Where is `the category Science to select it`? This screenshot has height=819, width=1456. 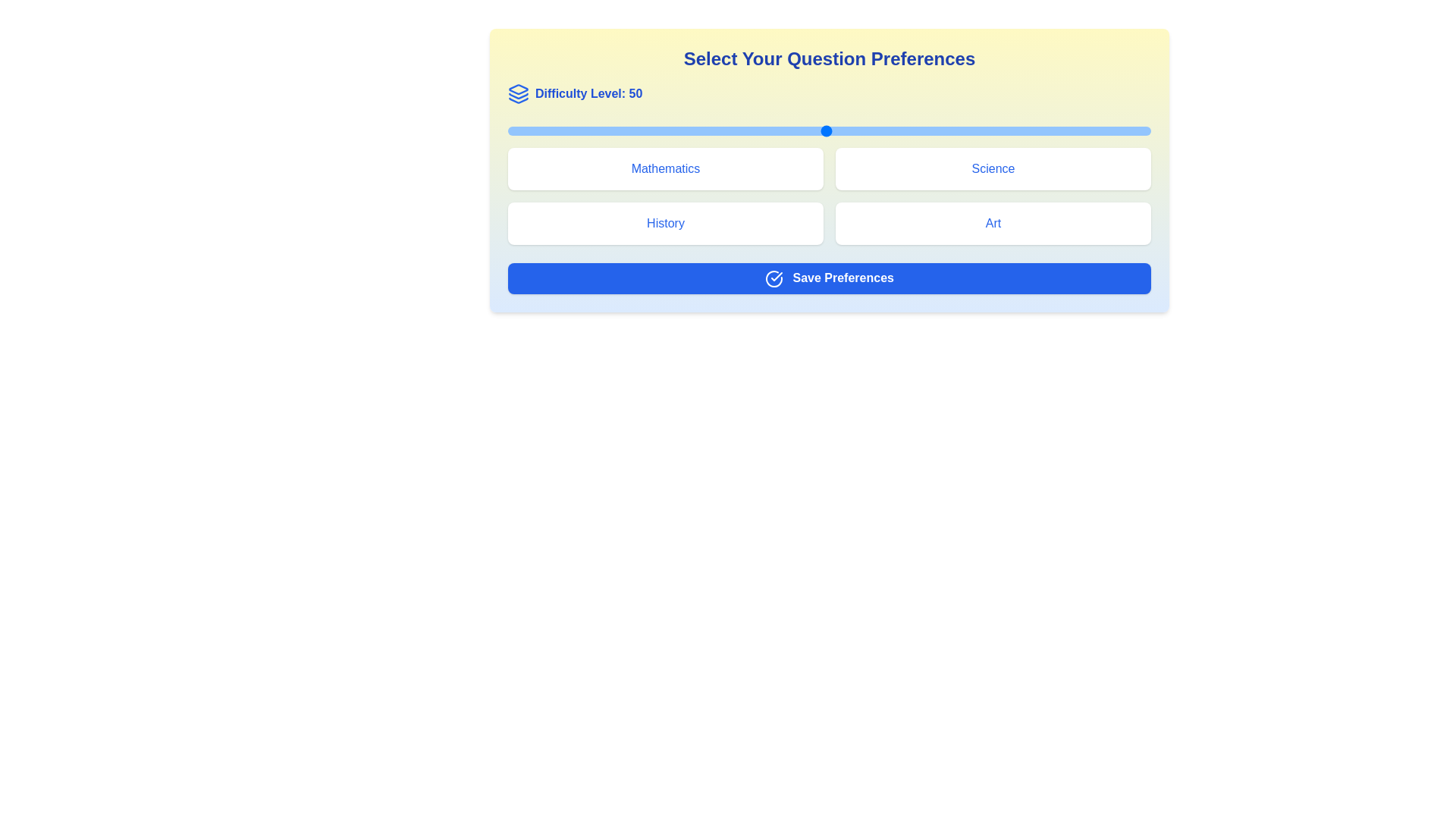
the category Science to select it is located at coordinates (993, 169).